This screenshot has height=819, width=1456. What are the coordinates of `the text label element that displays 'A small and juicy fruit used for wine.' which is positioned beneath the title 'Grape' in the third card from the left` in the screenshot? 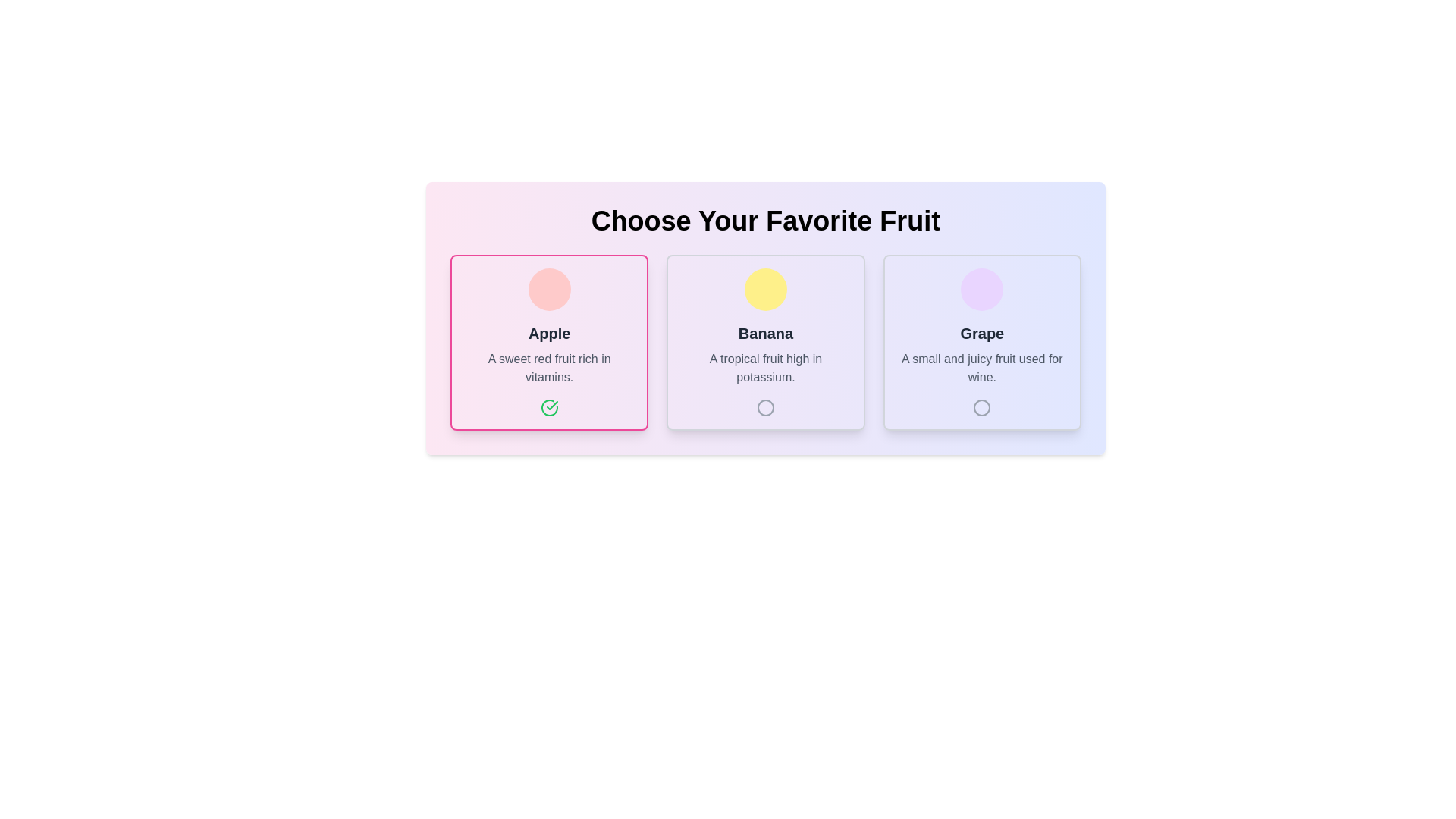 It's located at (982, 369).